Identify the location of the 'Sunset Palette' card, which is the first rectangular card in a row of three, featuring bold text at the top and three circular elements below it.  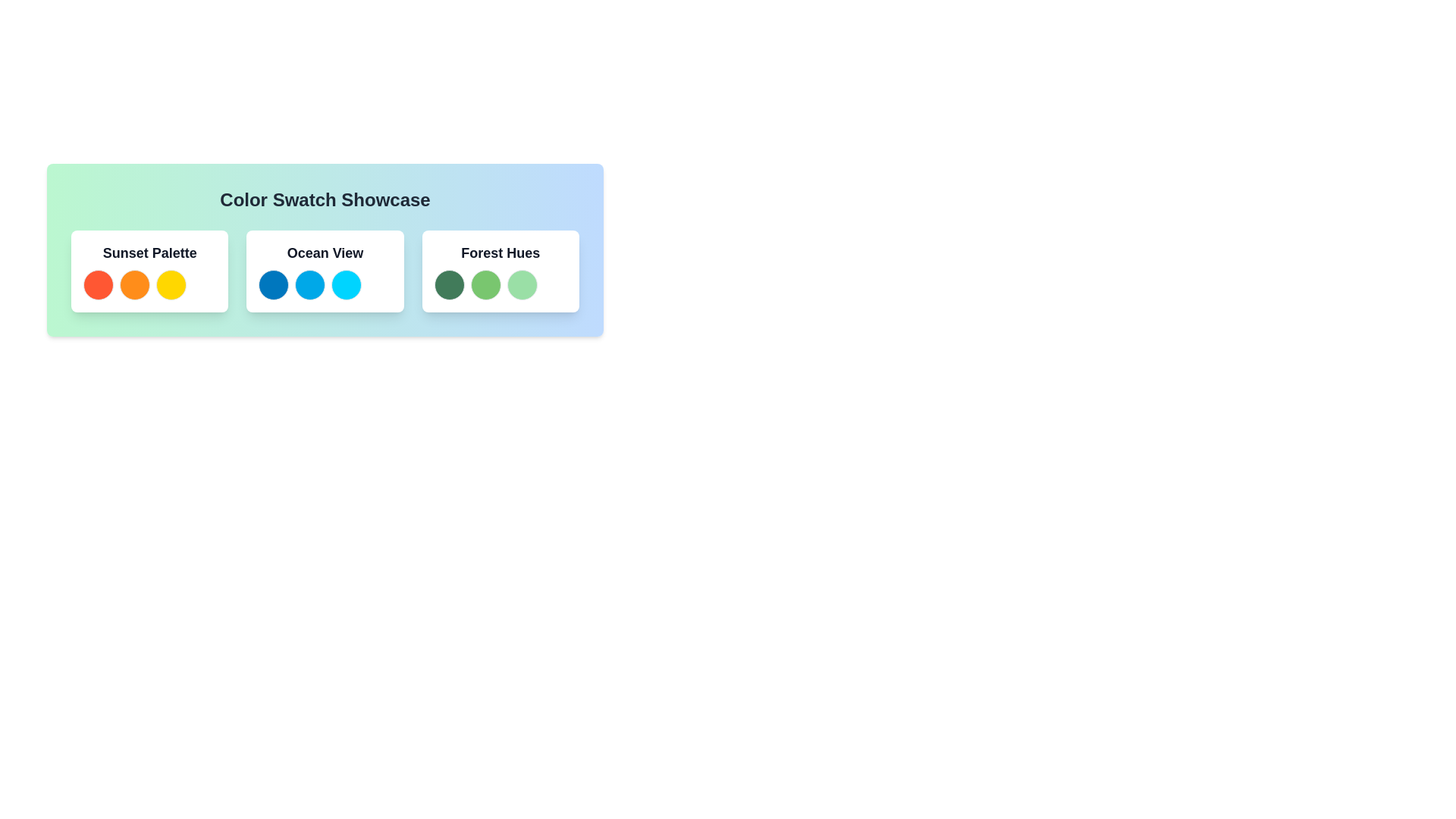
(149, 271).